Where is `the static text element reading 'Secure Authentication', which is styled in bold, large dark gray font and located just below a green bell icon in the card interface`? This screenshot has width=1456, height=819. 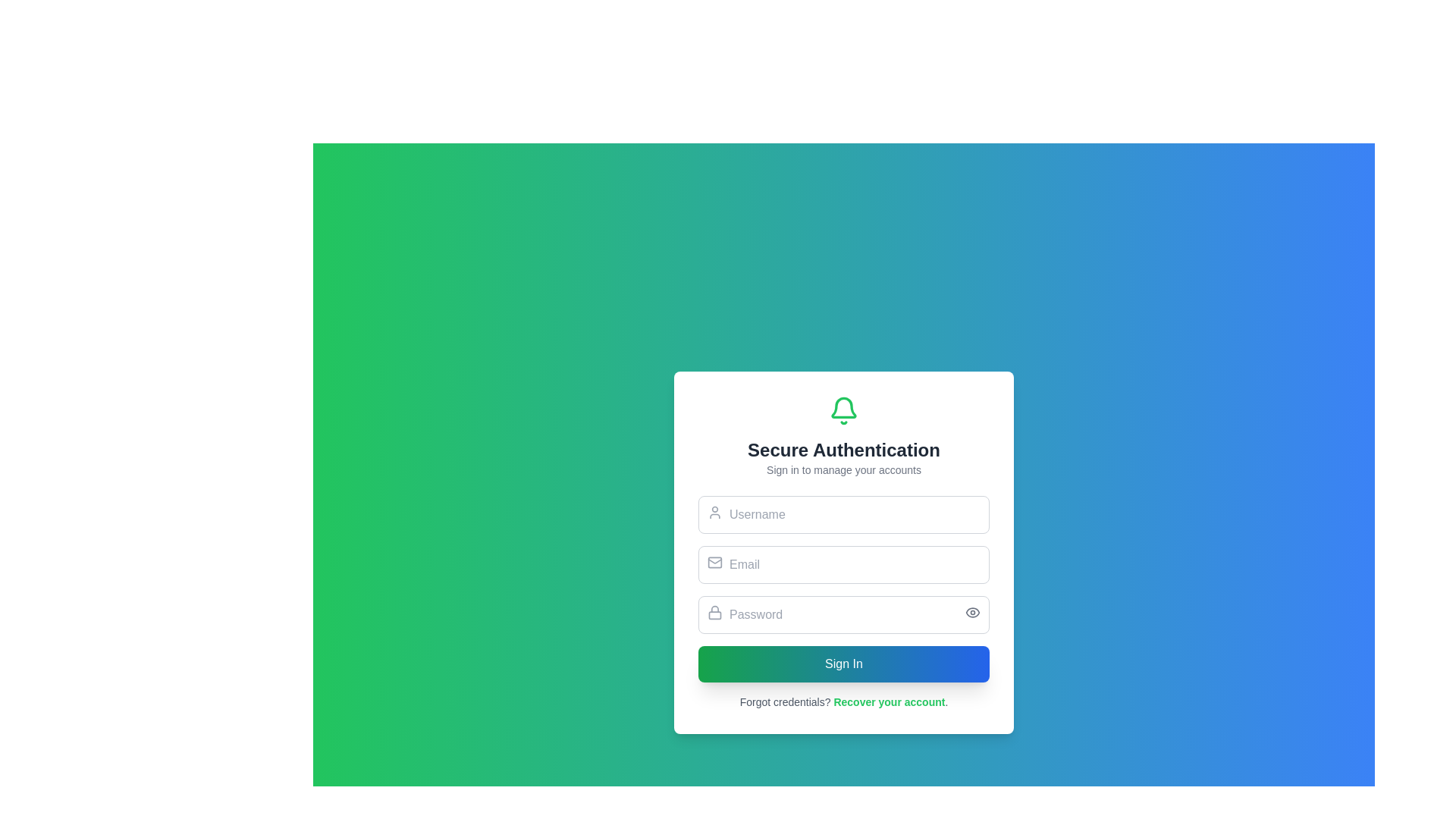 the static text element reading 'Secure Authentication', which is styled in bold, large dark gray font and located just below a green bell icon in the card interface is located at coordinates (843, 450).